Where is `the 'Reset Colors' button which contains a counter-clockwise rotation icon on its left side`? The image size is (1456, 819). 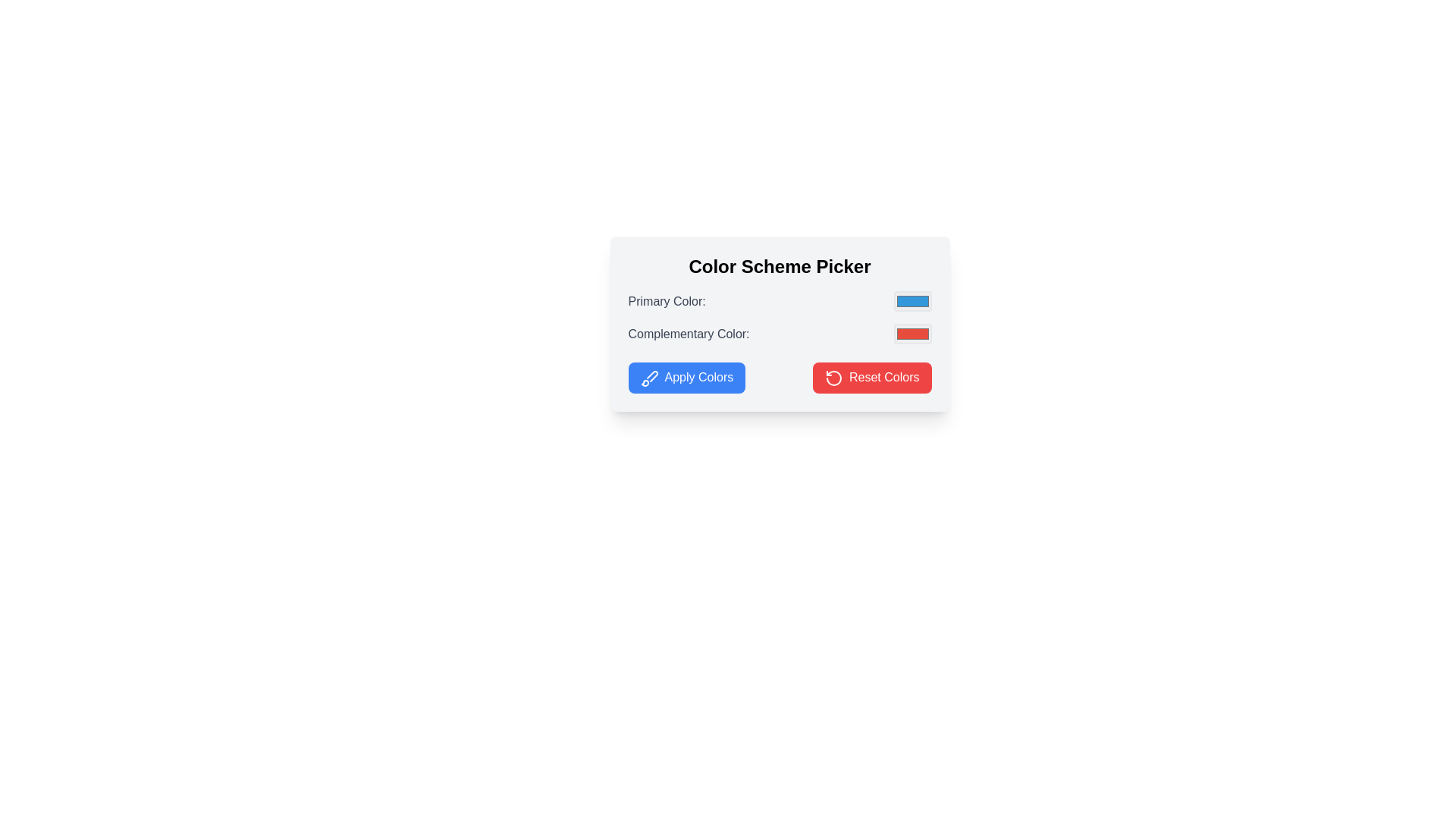
the 'Reset Colors' button which contains a counter-clockwise rotation icon on its left side is located at coordinates (833, 376).